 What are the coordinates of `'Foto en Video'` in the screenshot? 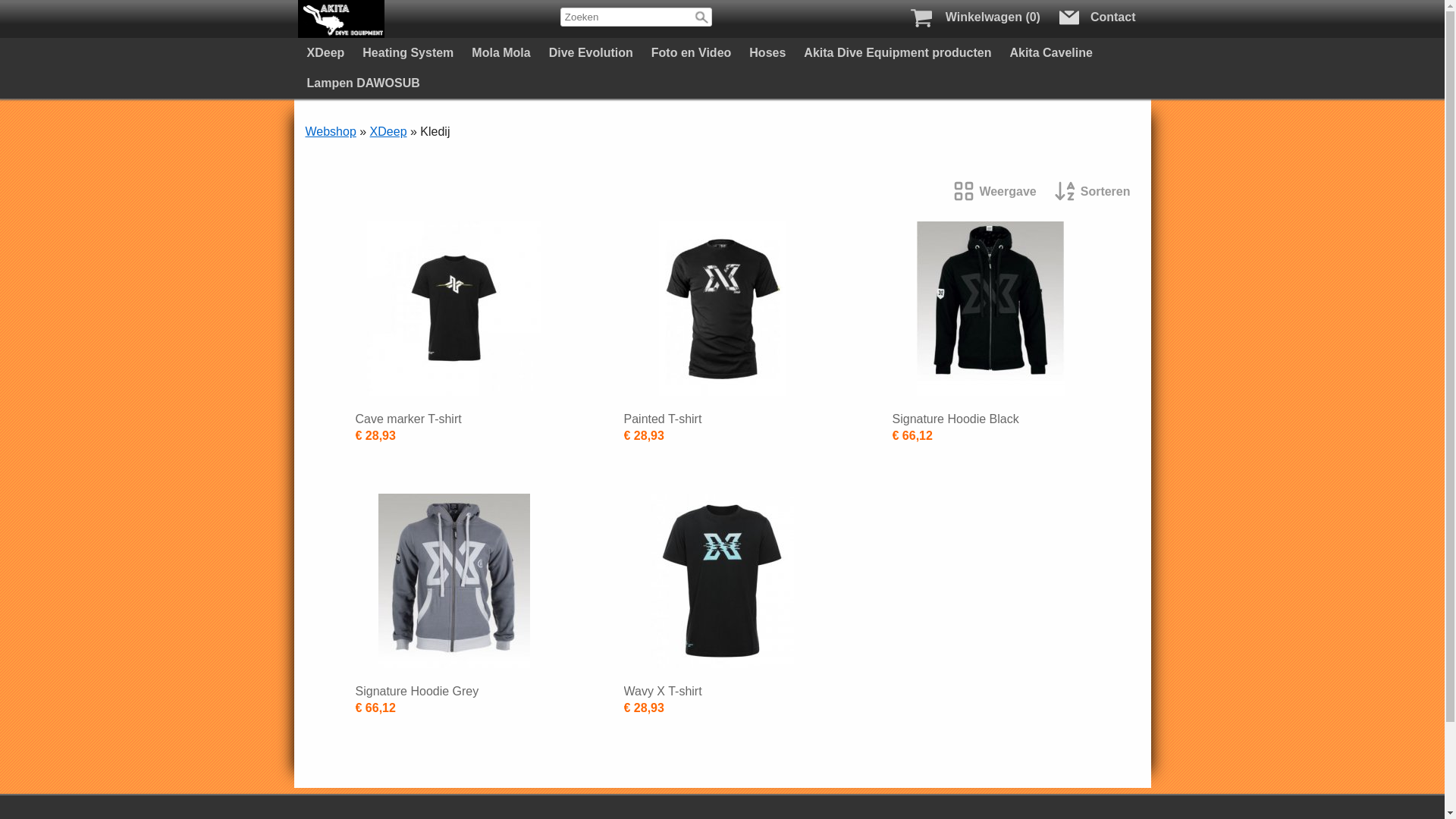 It's located at (642, 52).